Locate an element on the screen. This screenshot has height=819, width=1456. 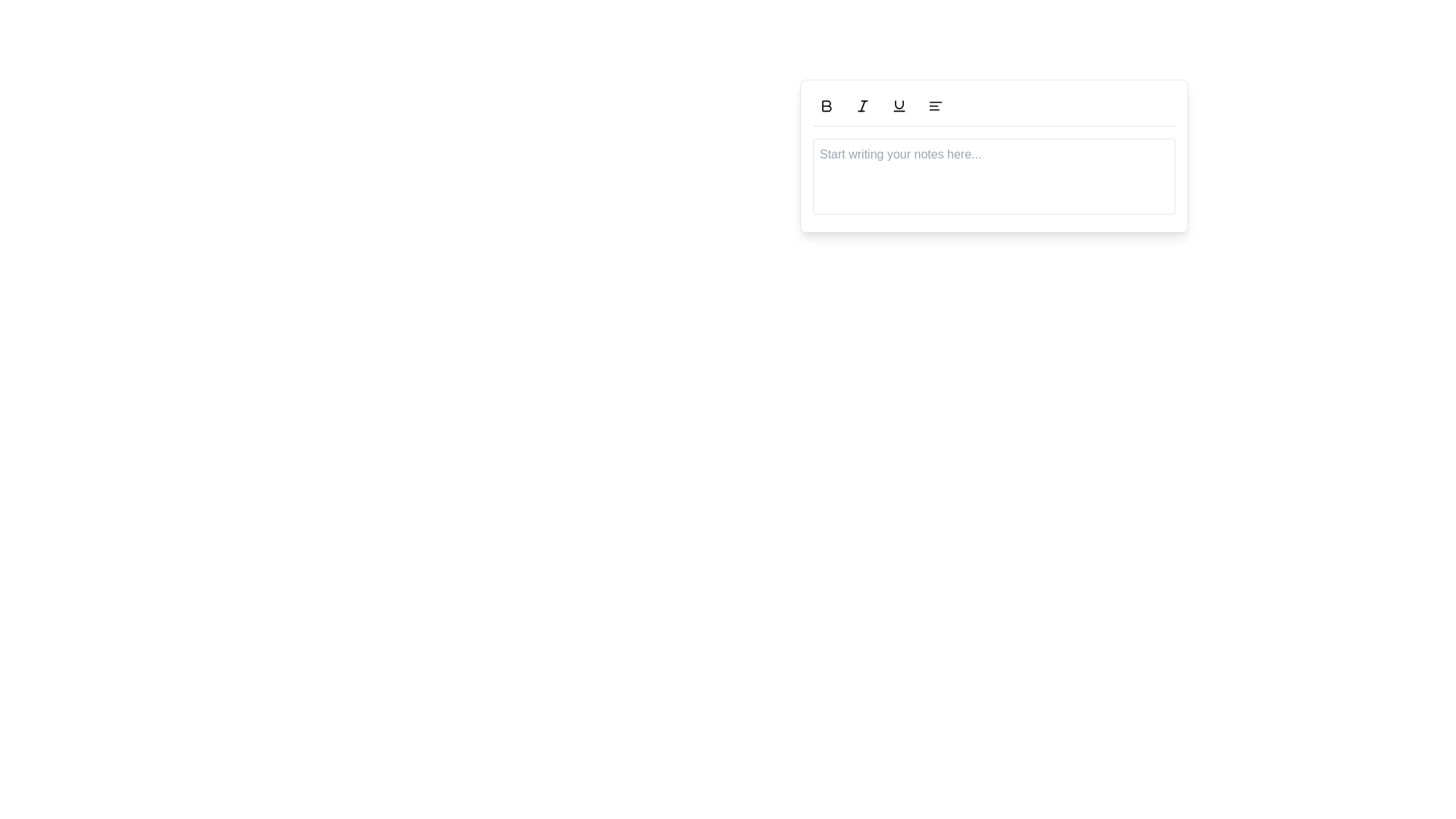
the 'align left' SVG icon located in the top-center of the interface is located at coordinates (934, 105).